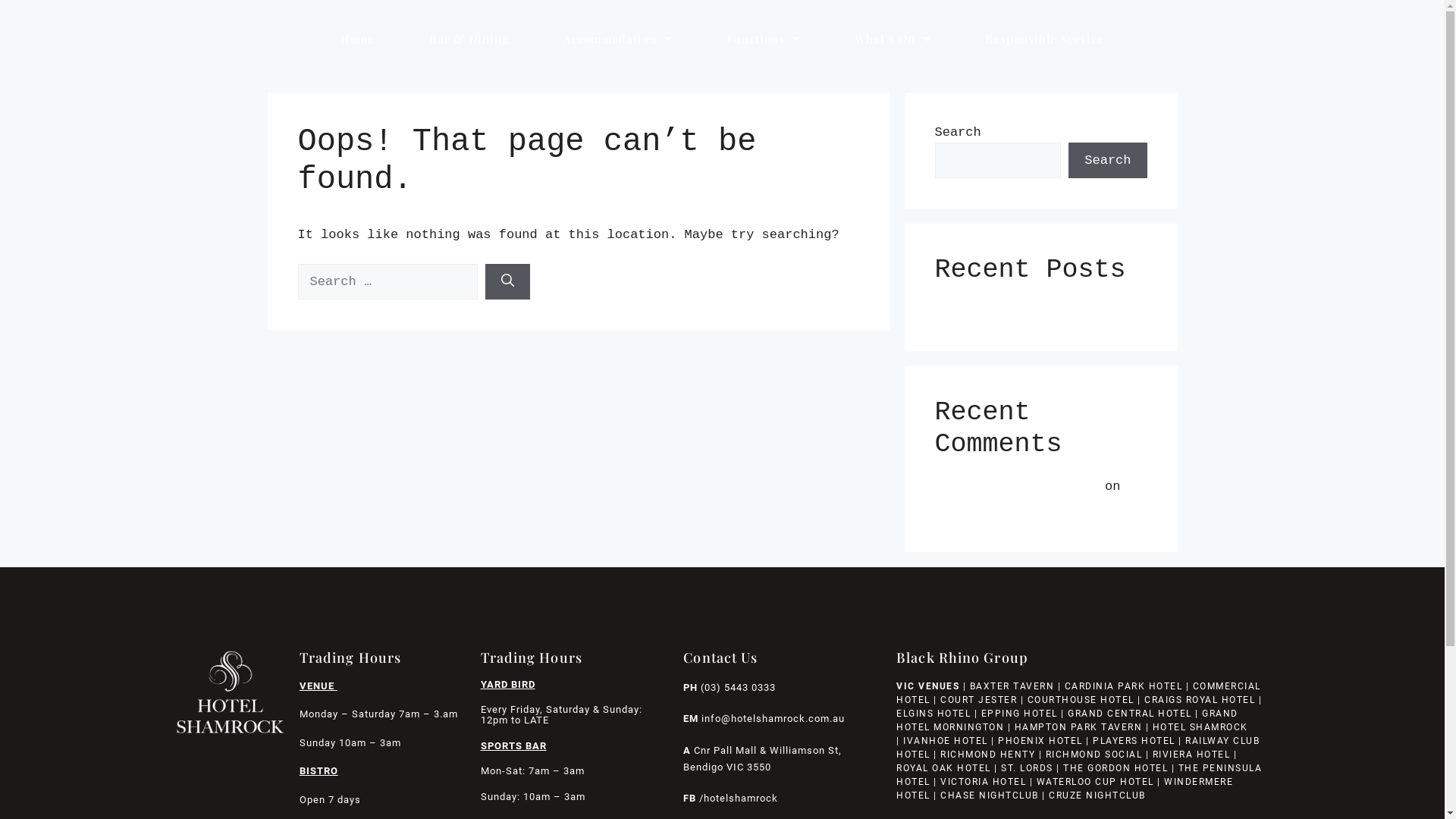  I want to click on 'ROYAL OAK HOTEL', so click(896, 768).